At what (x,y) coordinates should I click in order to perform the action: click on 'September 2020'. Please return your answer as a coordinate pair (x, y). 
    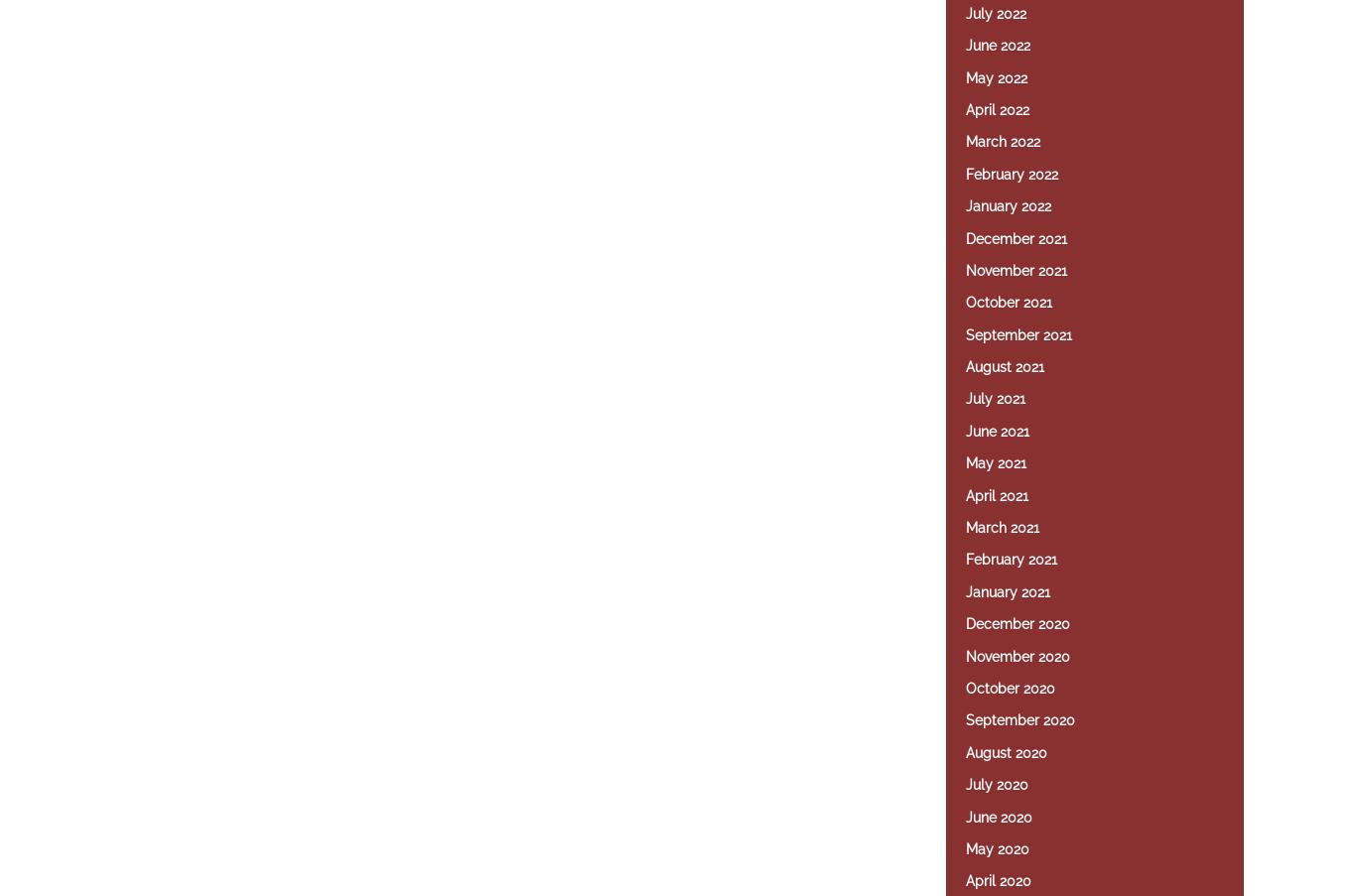
    Looking at the image, I should click on (1019, 720).